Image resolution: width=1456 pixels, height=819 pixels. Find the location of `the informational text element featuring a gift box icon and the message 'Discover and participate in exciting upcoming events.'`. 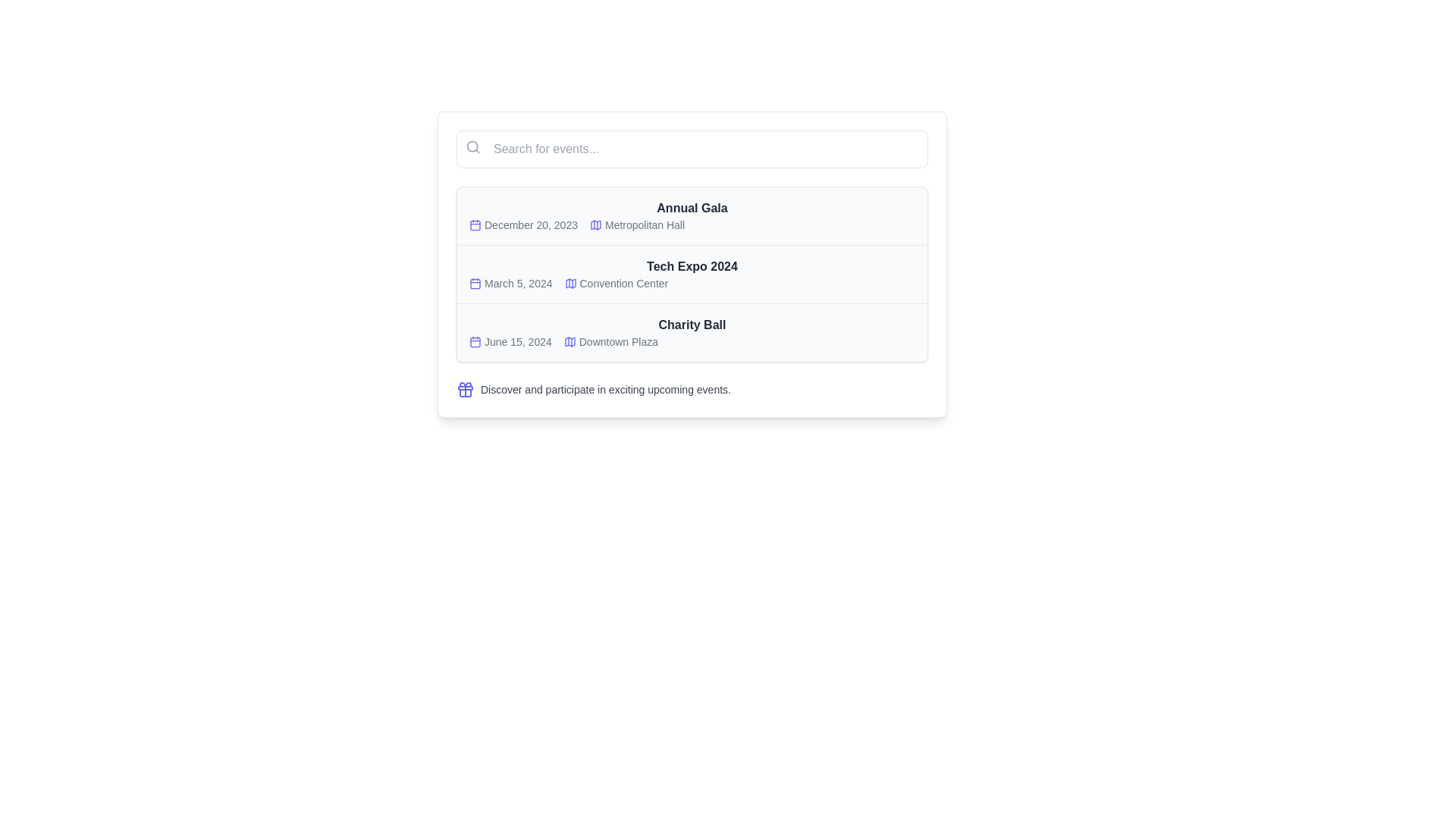

the informational text element featuring a gift box icon and the message 'Discover and participate in exciting upcoming events.' is located at coordinates (691, 388).